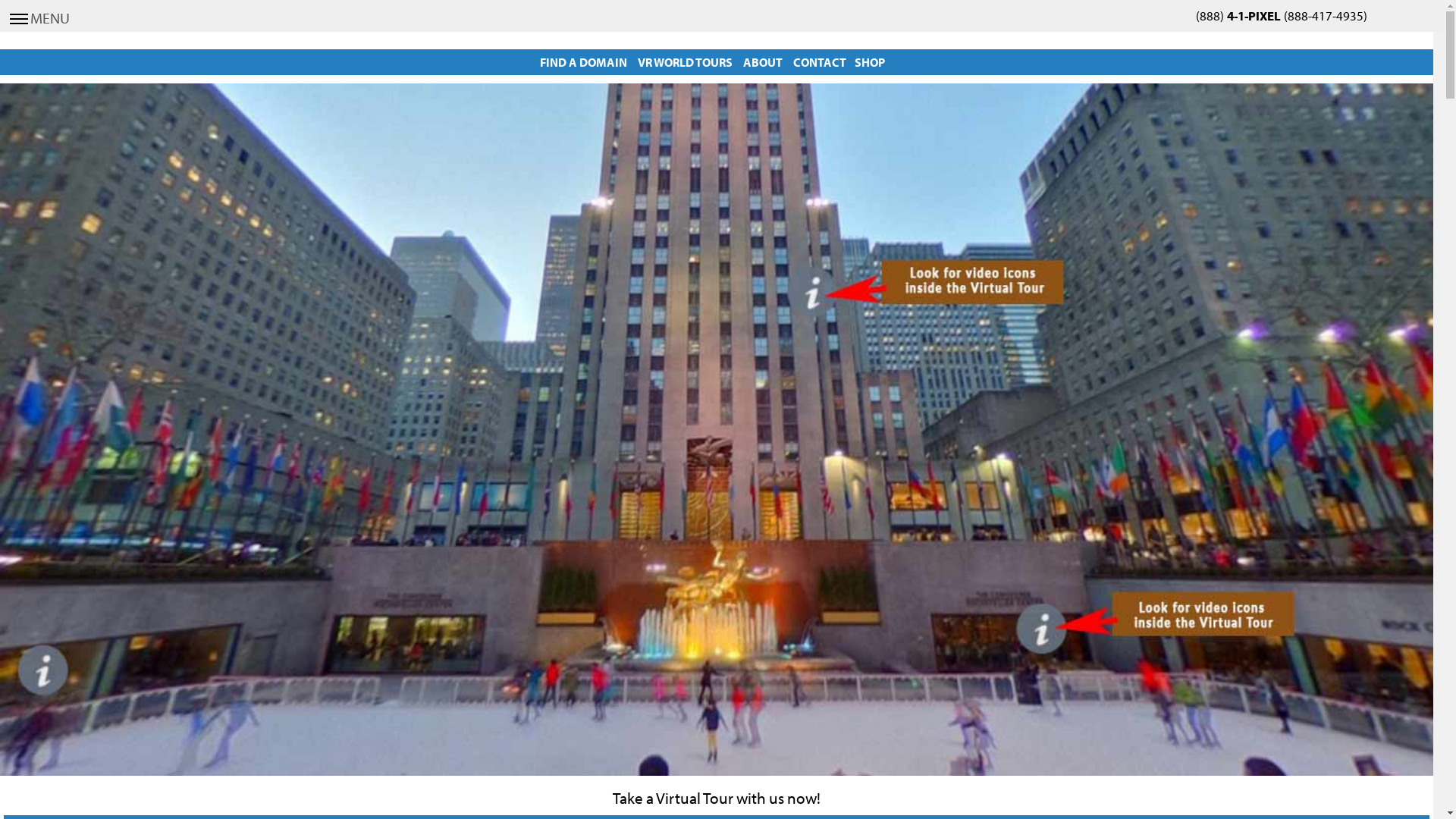  Describe the element at coordinates (763, 61) in the screenshot. I see `'ABOUT'` at that location.